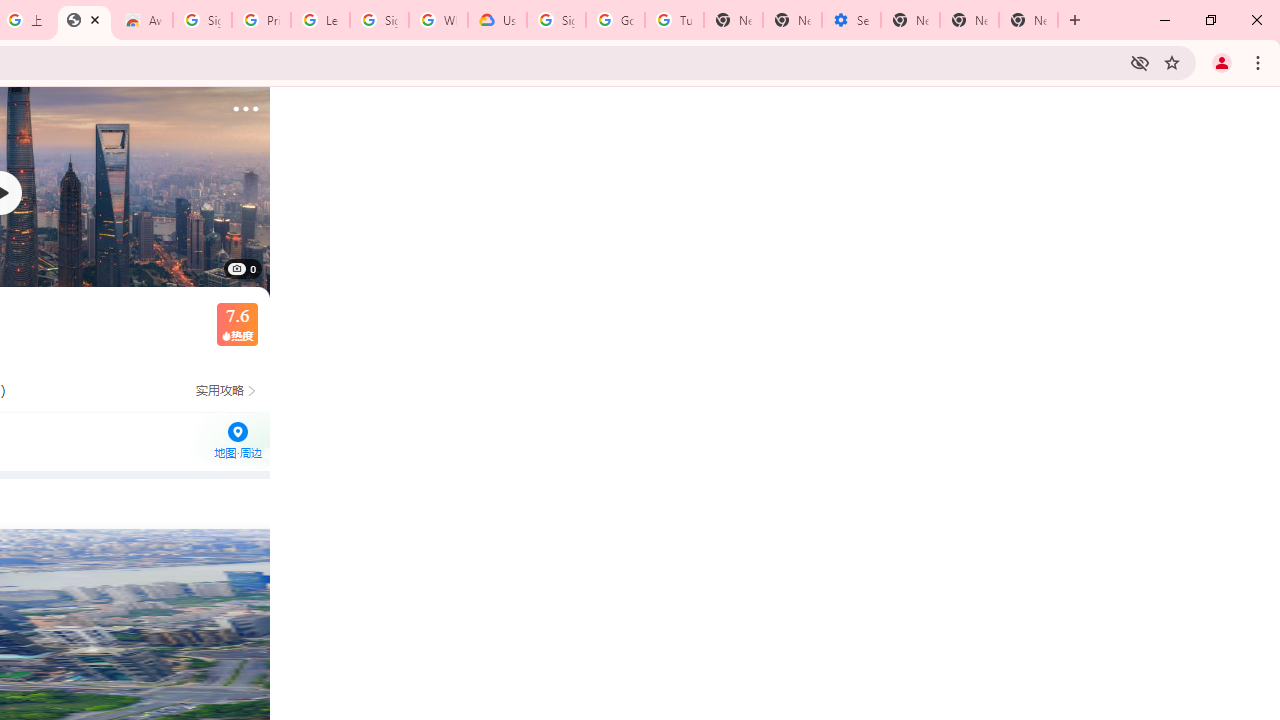 This screenshot has width=1280, height=720. I want to click on 'Awesome Screen Recorder & Screenshot - Chrome Web Store', so click(142, 20).